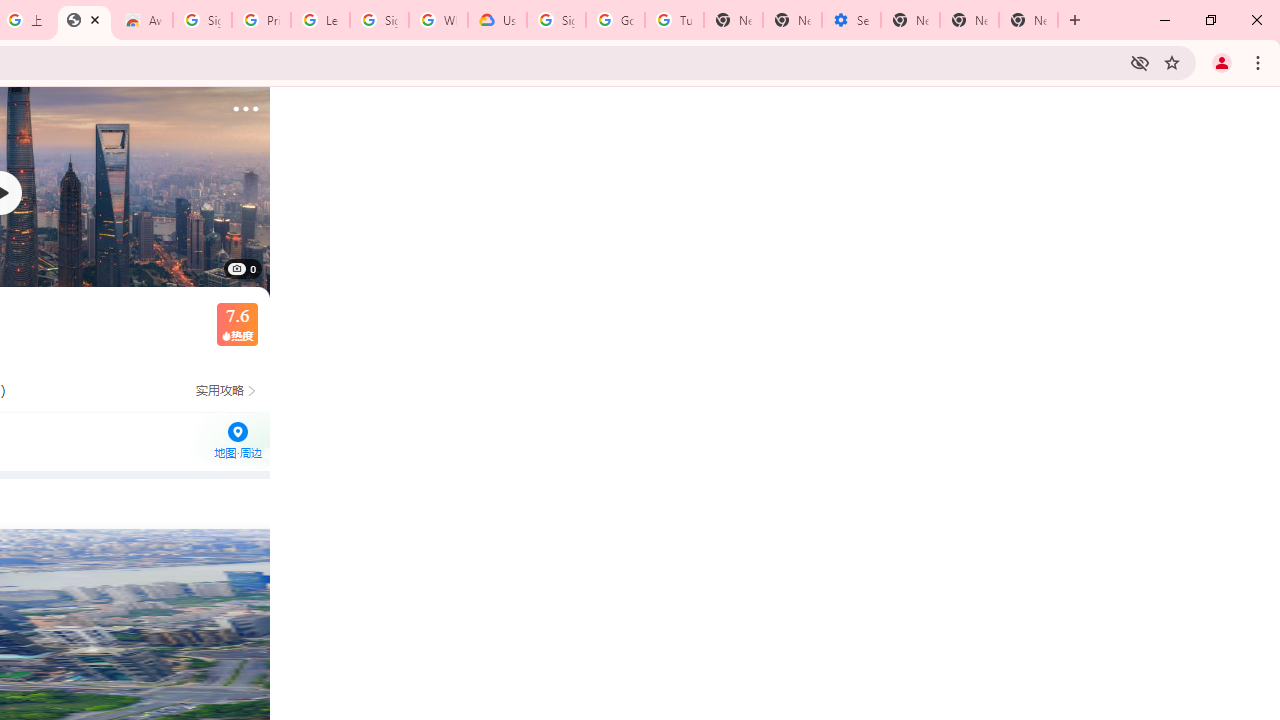 This screenshot has width=1280, height=720. I want to click on 'Awesome Screen Recorder & Screenshot - Chrome Web Store', so click(142, 20).